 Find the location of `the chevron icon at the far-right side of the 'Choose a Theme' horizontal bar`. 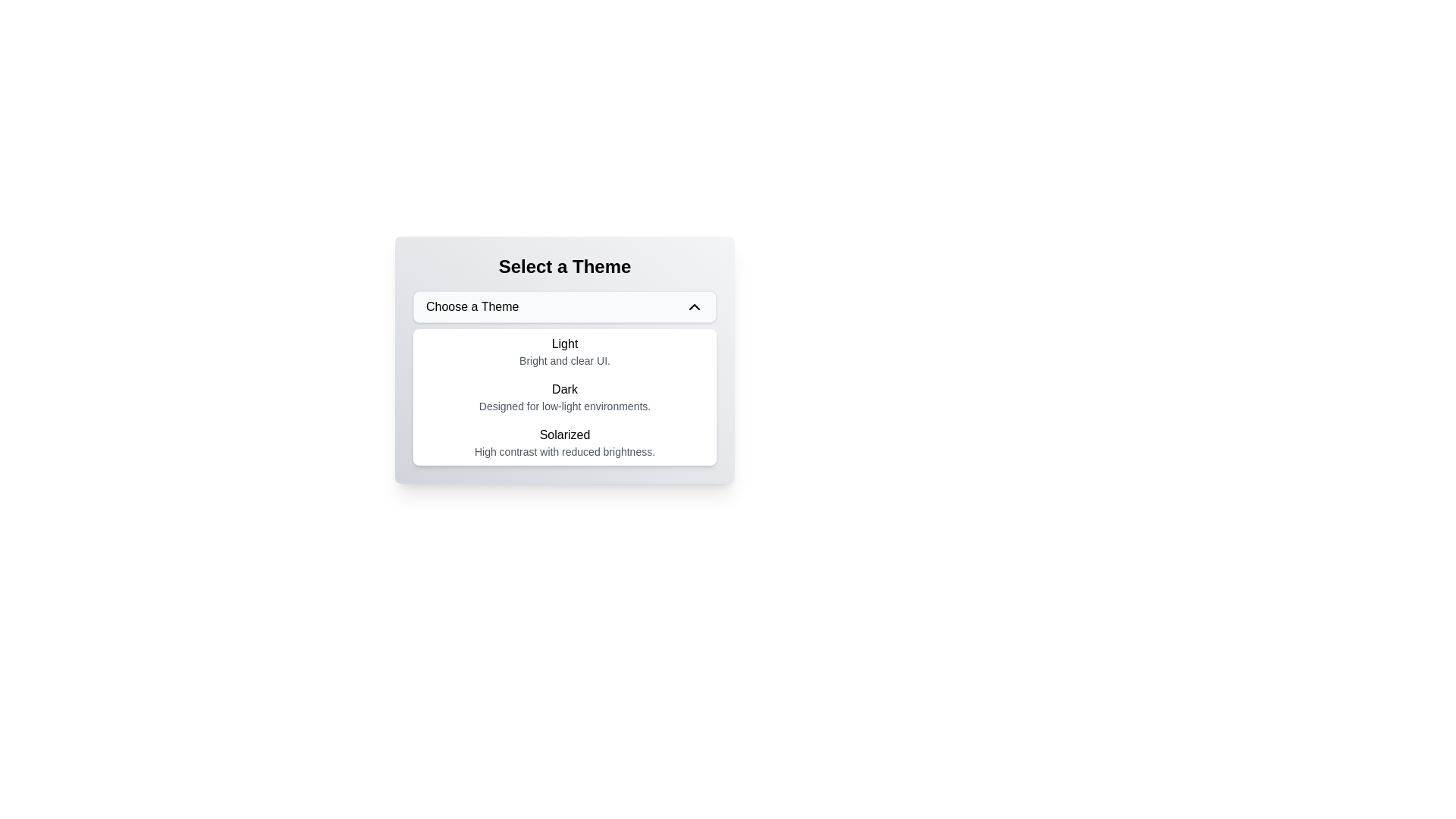

the chevron icon at the far-right side of the 'Choose a Theme' horizontal bar is located at coordinates (694, 307).